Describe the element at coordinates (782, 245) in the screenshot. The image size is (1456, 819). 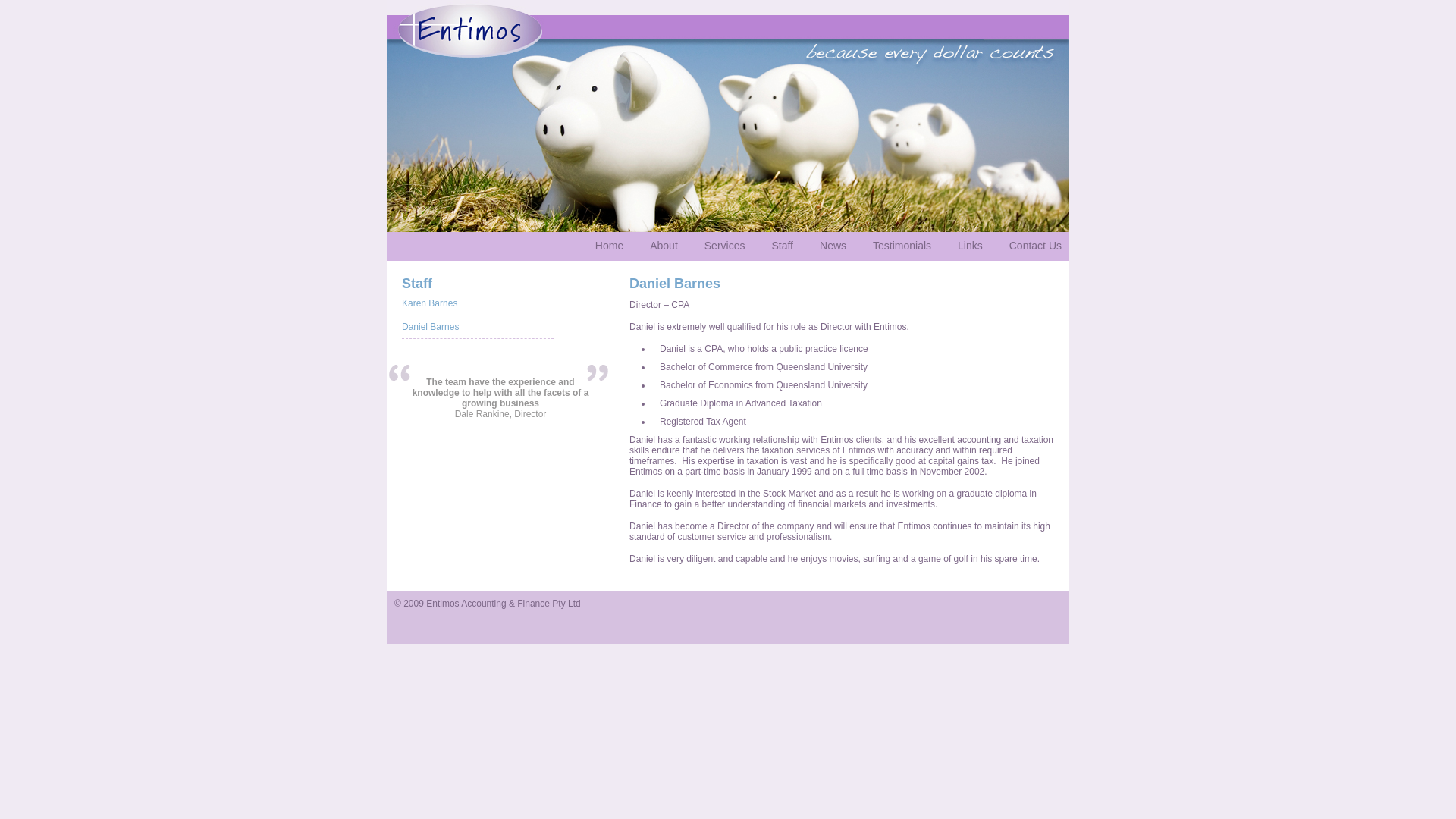
I see `'Staff'` at that location.